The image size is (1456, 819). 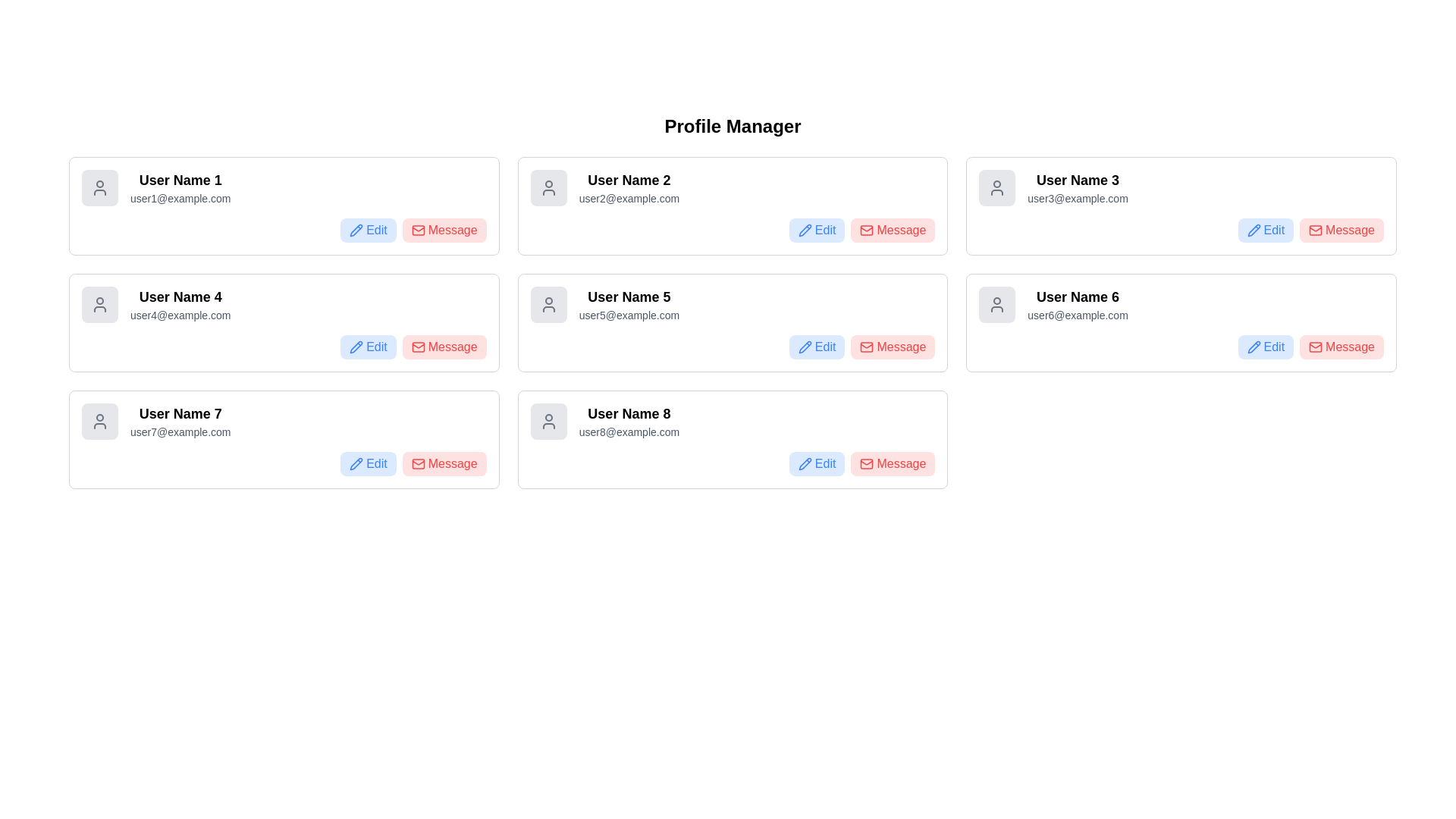 I want to click on the 'Edit' button icon for User Name 6 located in the bottom right corner of the profile card, so click(x=1253, y=346).